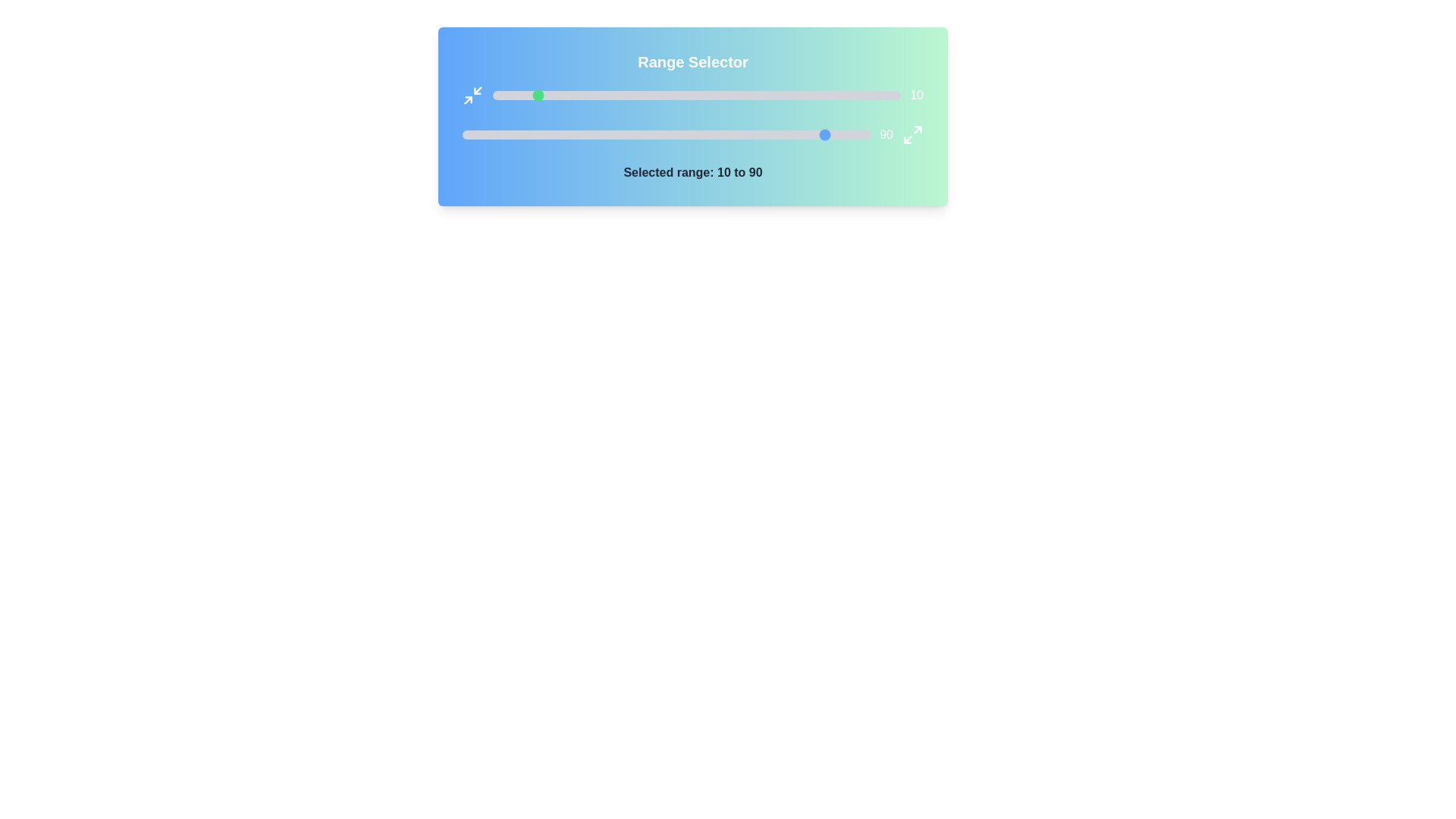 This screenshot has width=1456, height=819. I want to click on the slider value, so click(523, 133).